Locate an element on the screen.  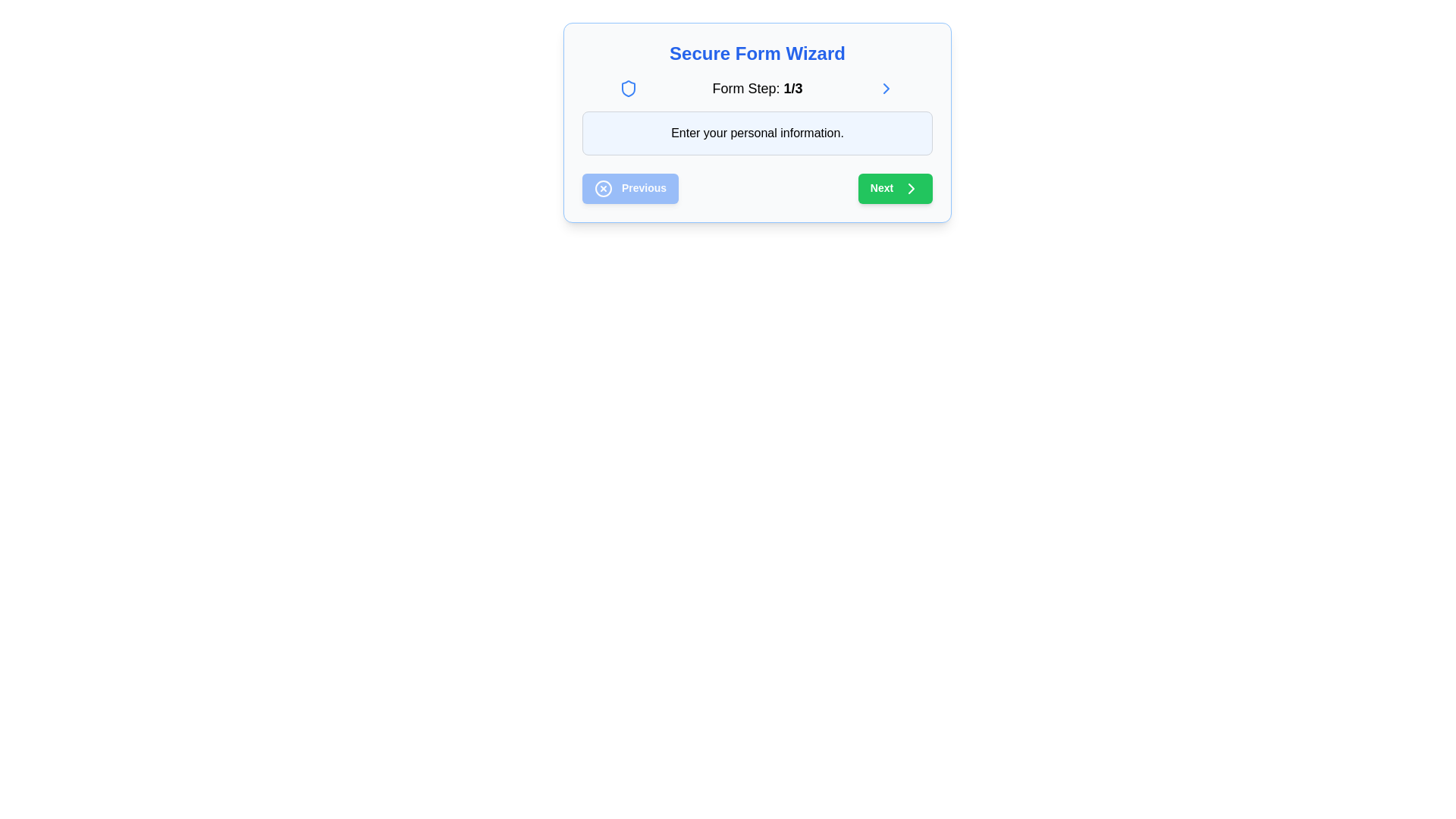
the shield-shaped icon representing security, located in the header of the form wizard, to associate this element as a symbol is located at coordinates (629, 88).